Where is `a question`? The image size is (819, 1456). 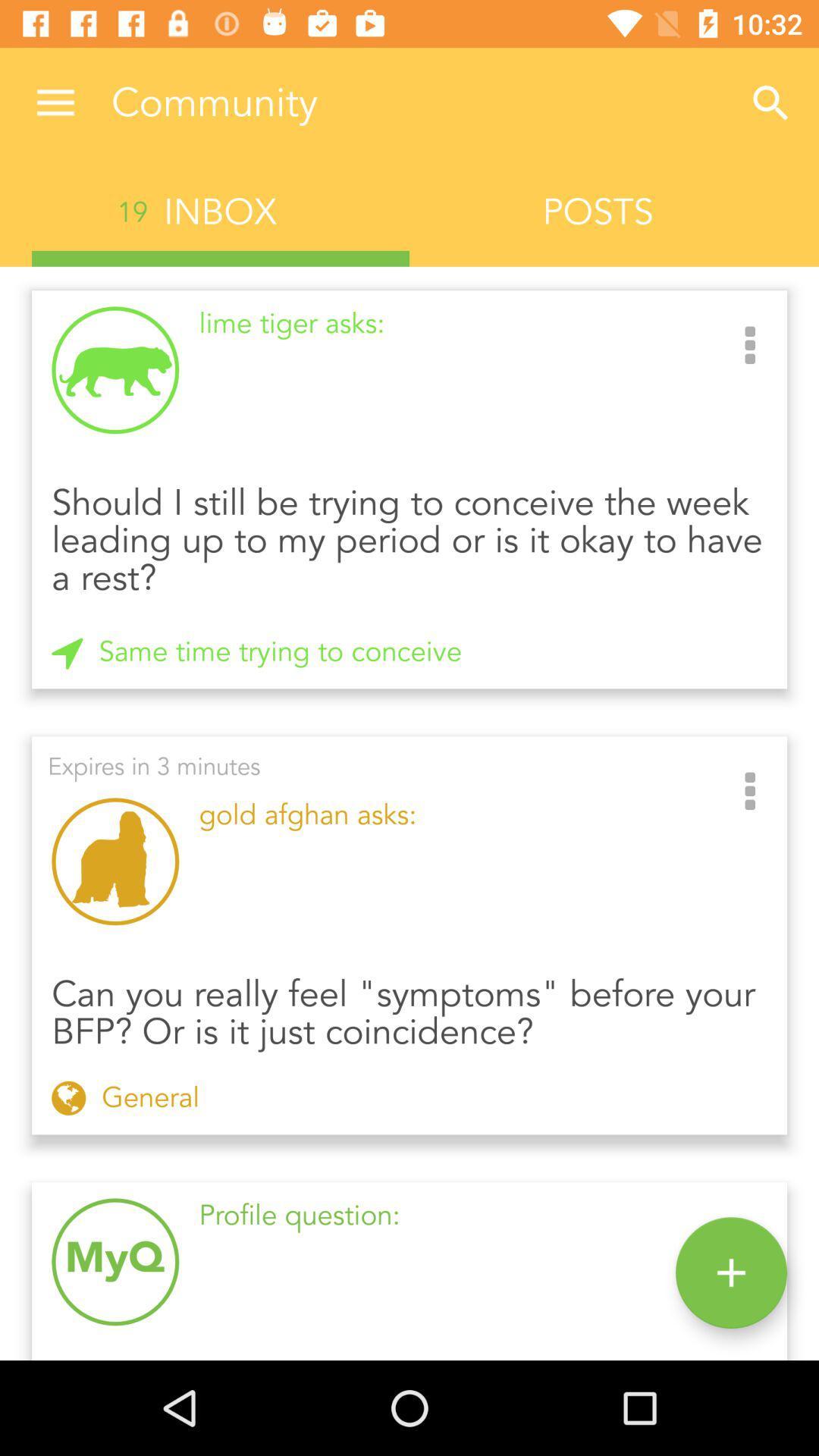
a question is located at coordinates (730, 1272).